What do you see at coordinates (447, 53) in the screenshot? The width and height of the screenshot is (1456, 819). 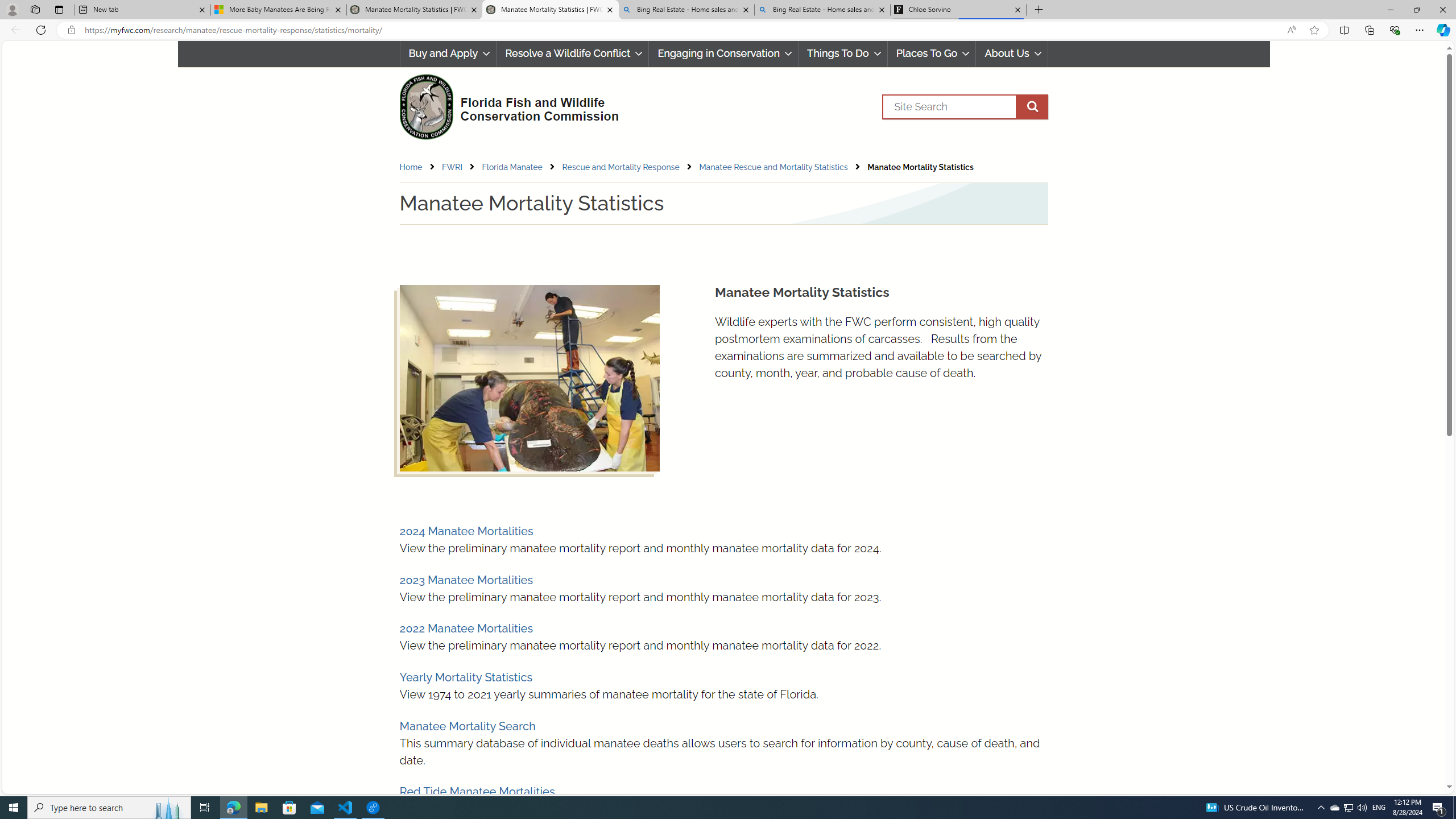 I see `'Buy and Apply'` at bounding box center [447, 53].